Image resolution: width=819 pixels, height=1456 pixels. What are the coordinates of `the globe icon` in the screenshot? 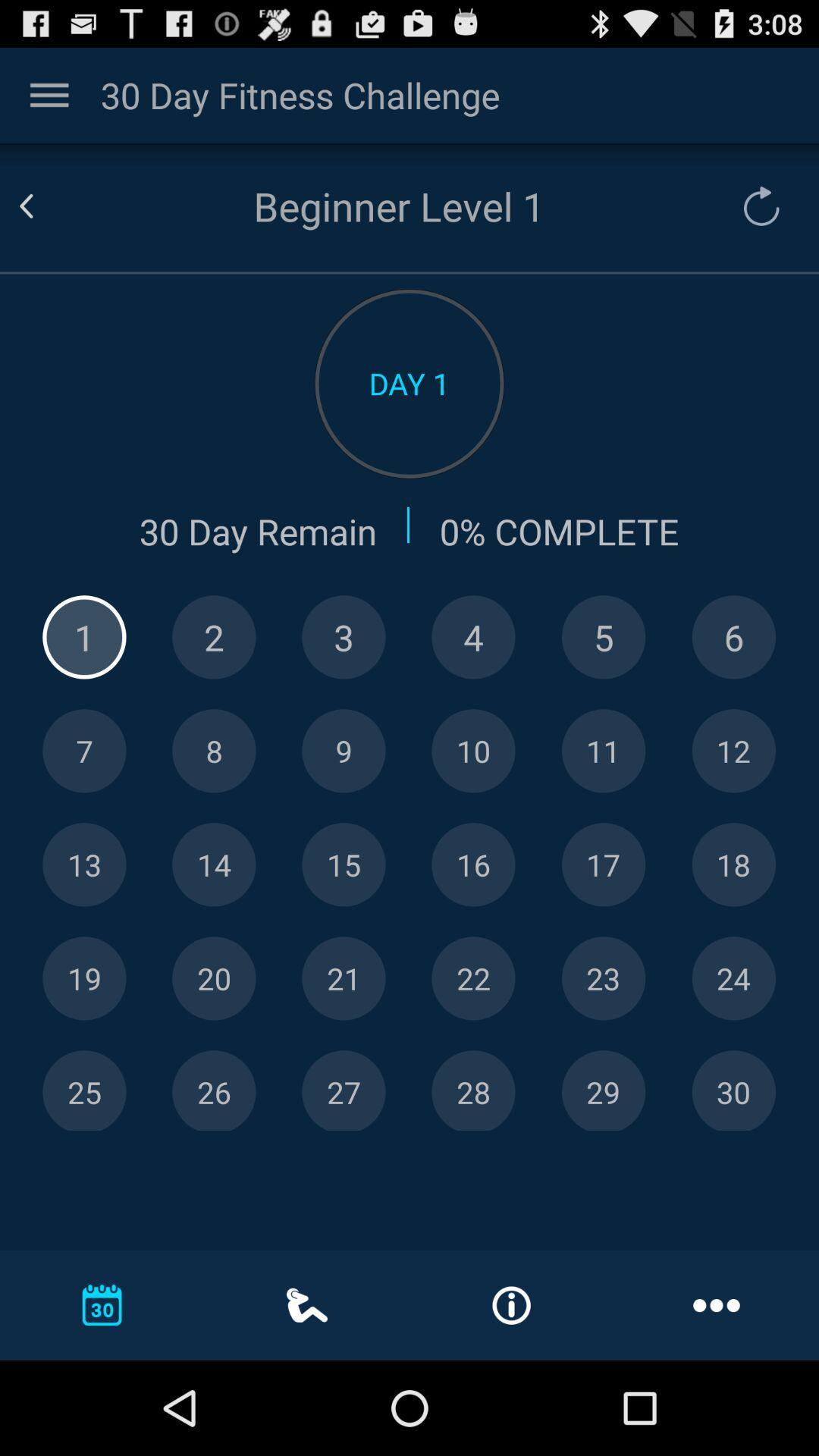 It's located at (733, 681).